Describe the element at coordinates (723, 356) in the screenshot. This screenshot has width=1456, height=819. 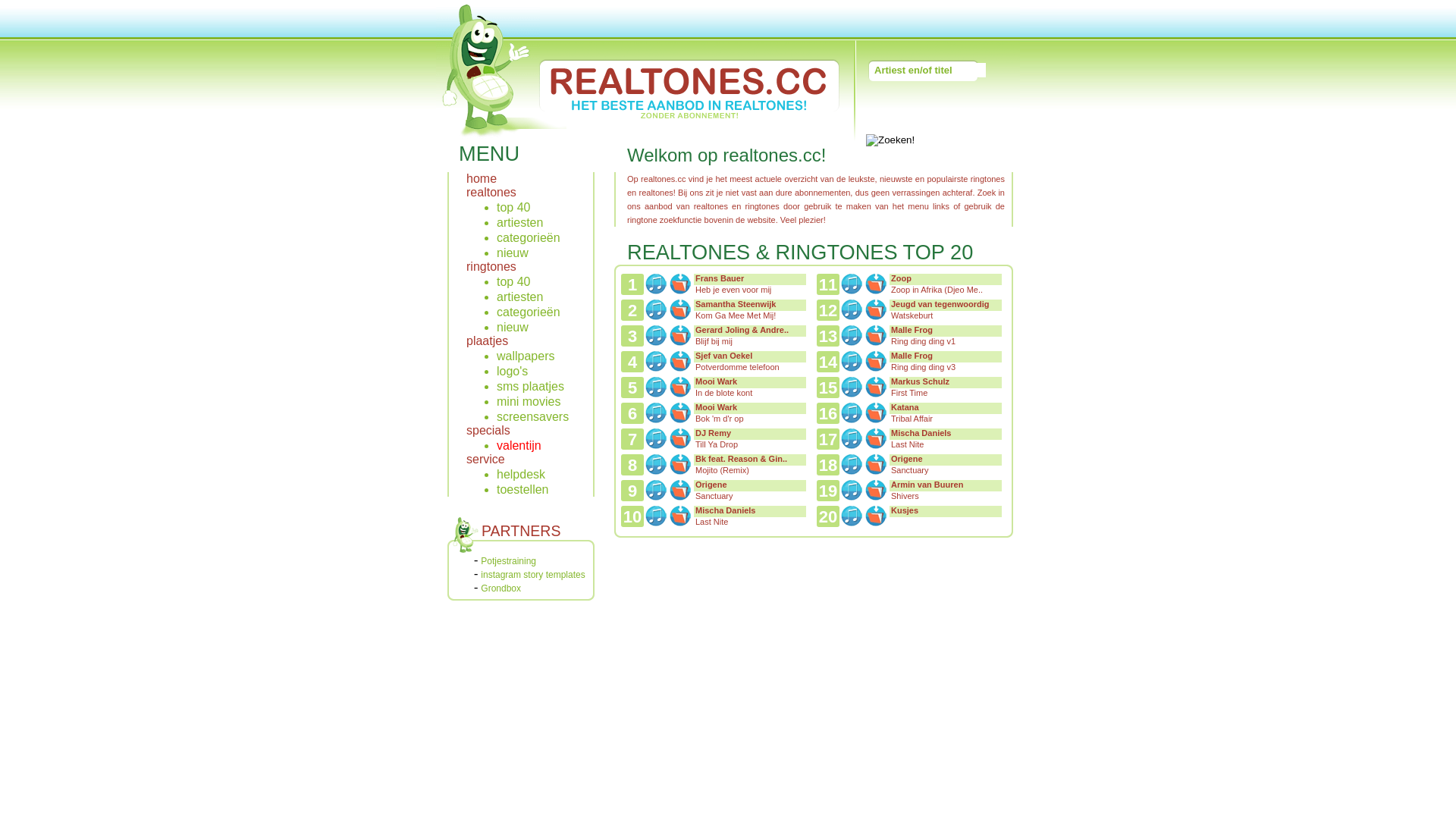
I see `'Sjef van Oekel'` at that location.